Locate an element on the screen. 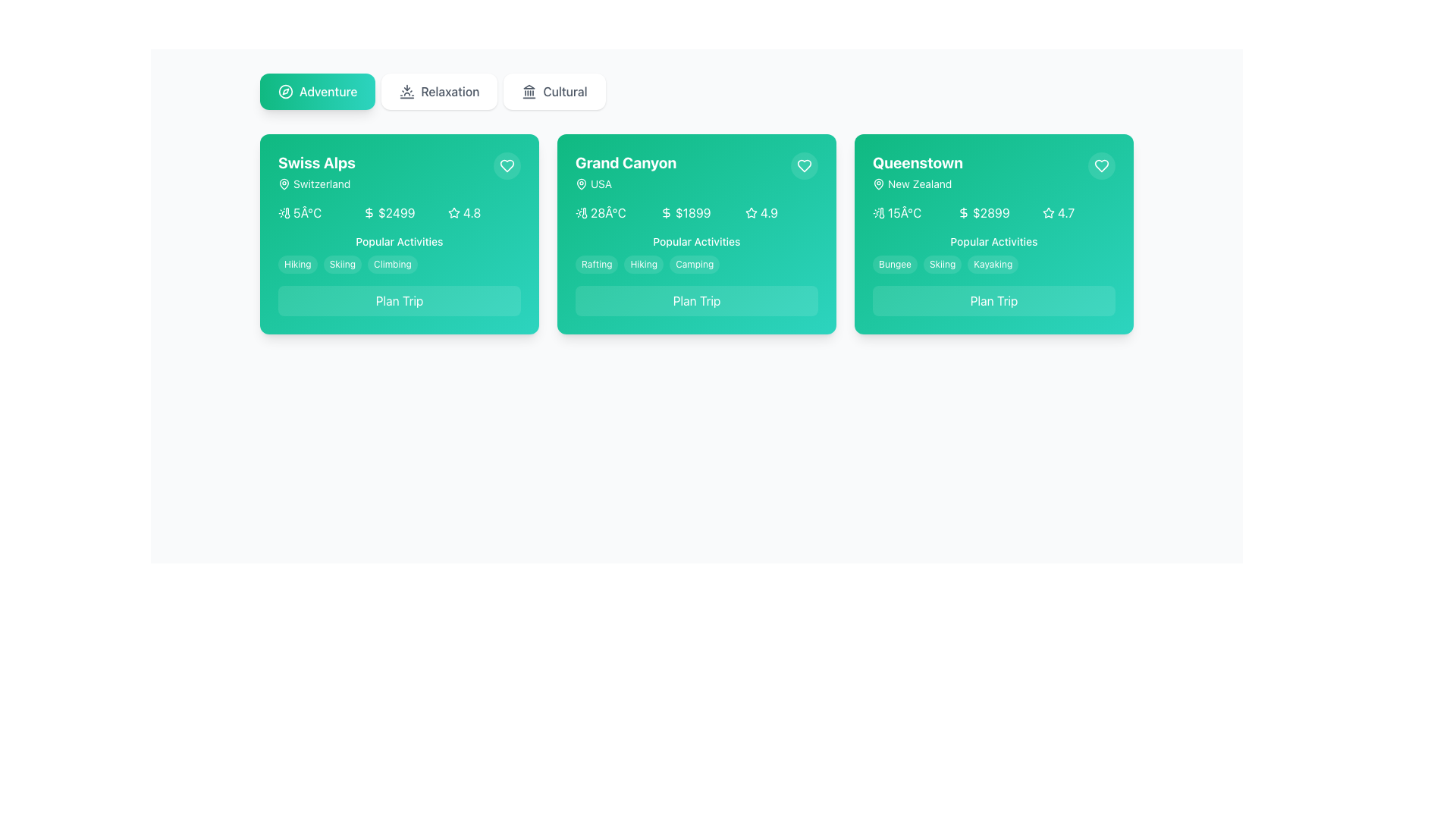  text of the 'Camping' label, which is a small rectangular label with rounded corners located in the 'Popular Activities' section of the 'Grand Canyon' card is located at coordinates (694, 263).